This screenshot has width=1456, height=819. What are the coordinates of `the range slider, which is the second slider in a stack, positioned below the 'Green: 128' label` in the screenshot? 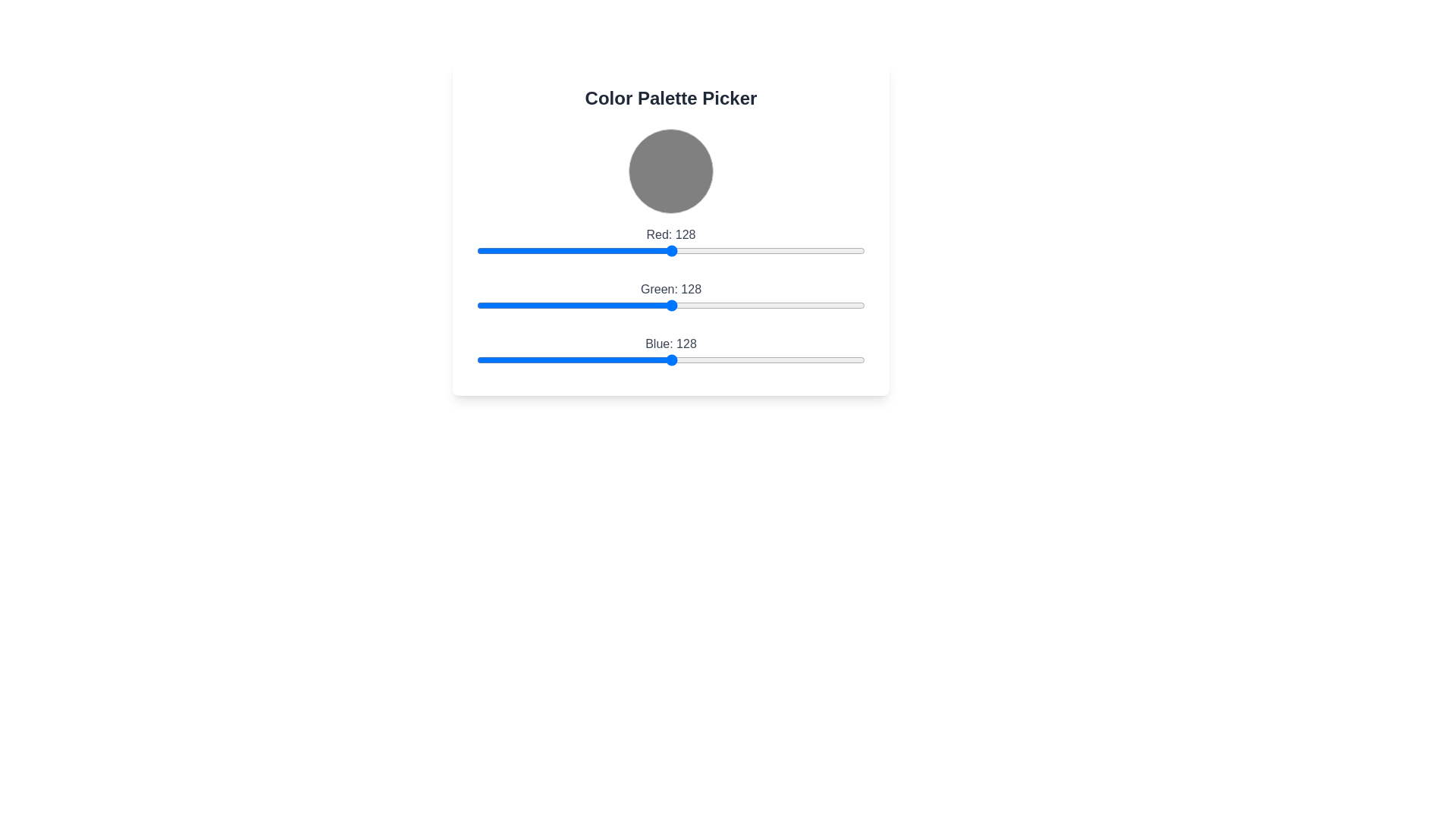 It's located at (670, 305).